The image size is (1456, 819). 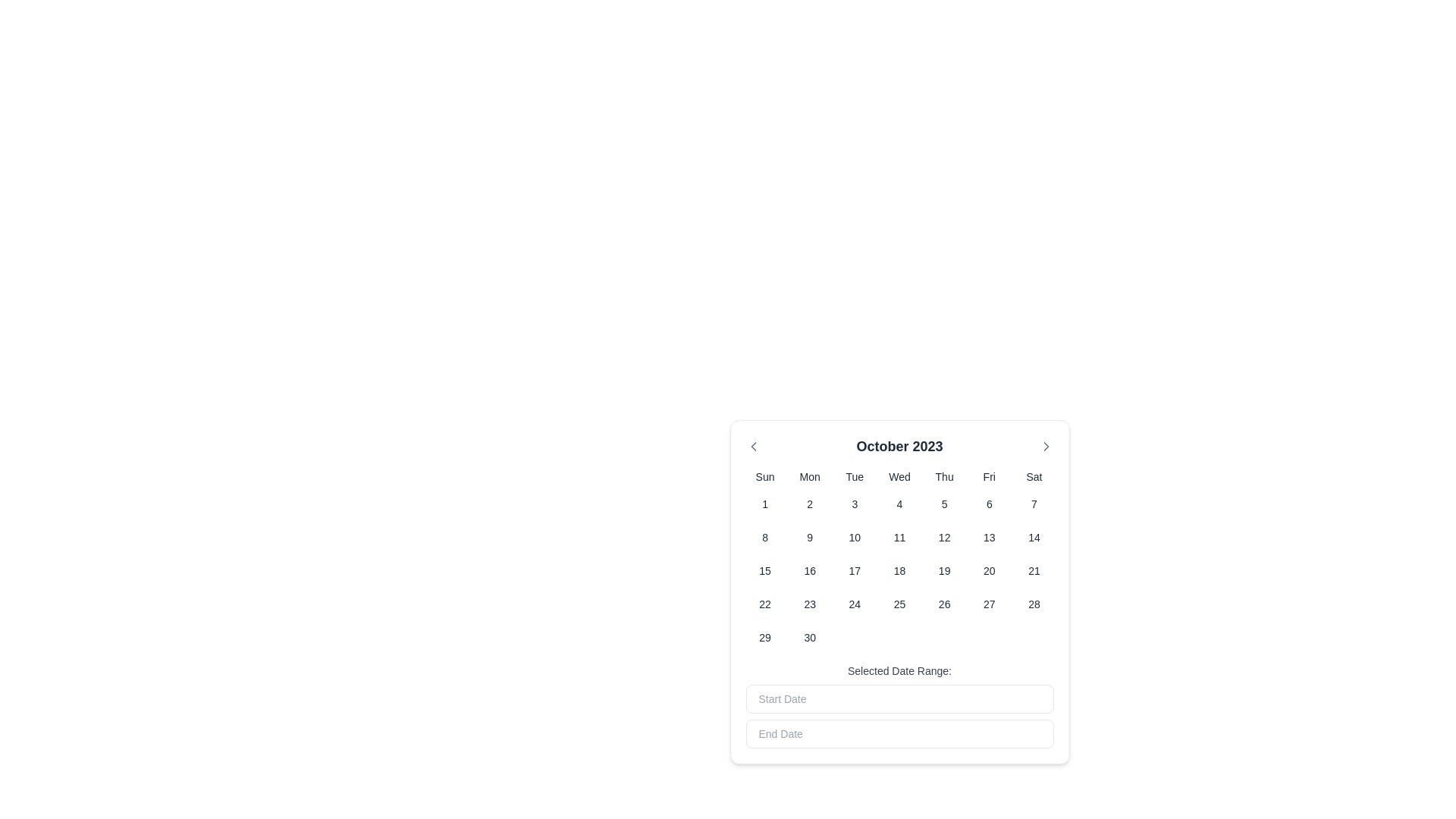 What do you see at coordinates (899, 604) in the screenshot?
I see `the interactive calendar day selection button for October 25th, 2023` at bounding box center [899, 604].